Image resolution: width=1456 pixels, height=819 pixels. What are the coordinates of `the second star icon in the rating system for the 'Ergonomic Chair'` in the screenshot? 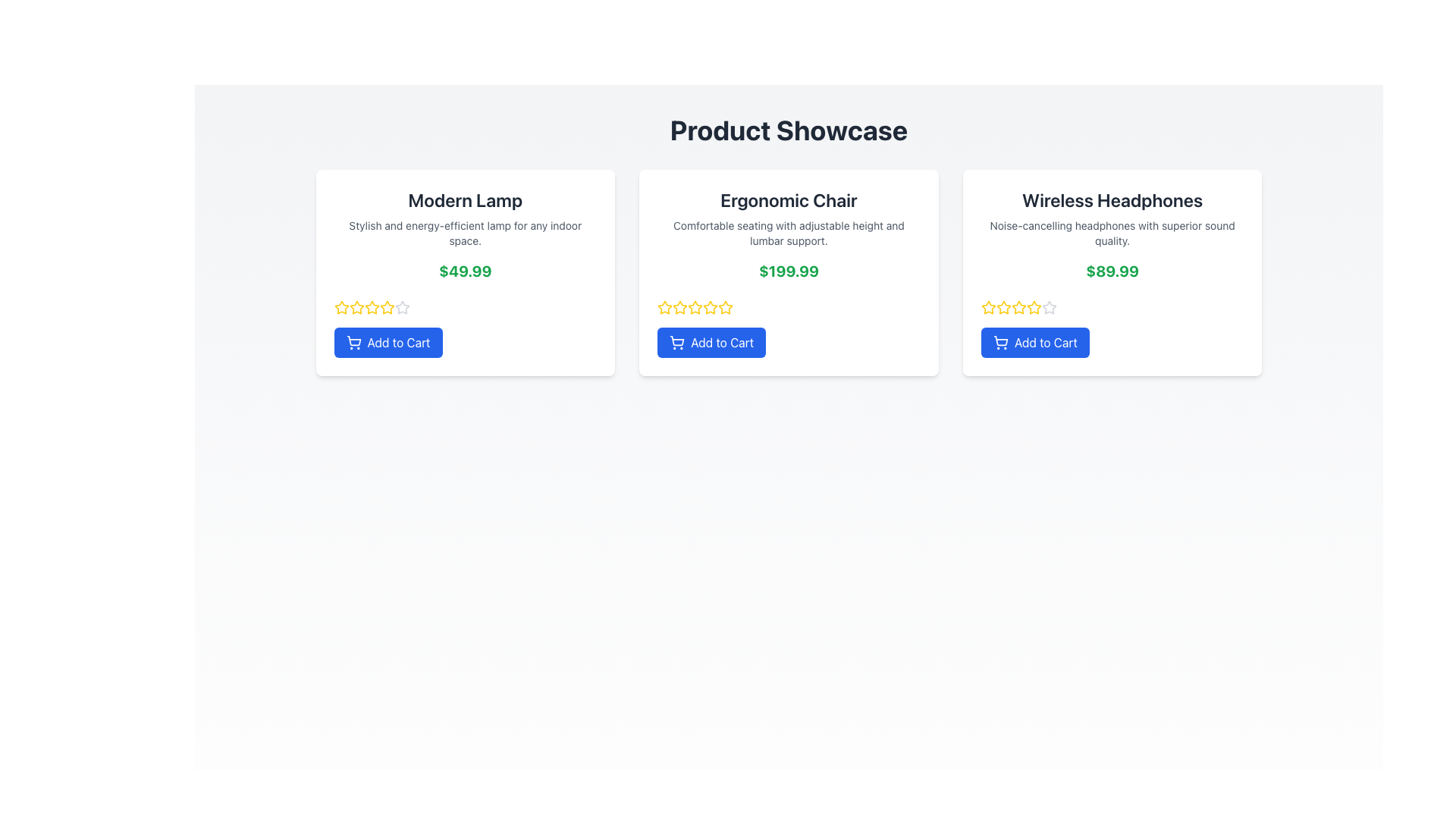 It's located at (679, 307).